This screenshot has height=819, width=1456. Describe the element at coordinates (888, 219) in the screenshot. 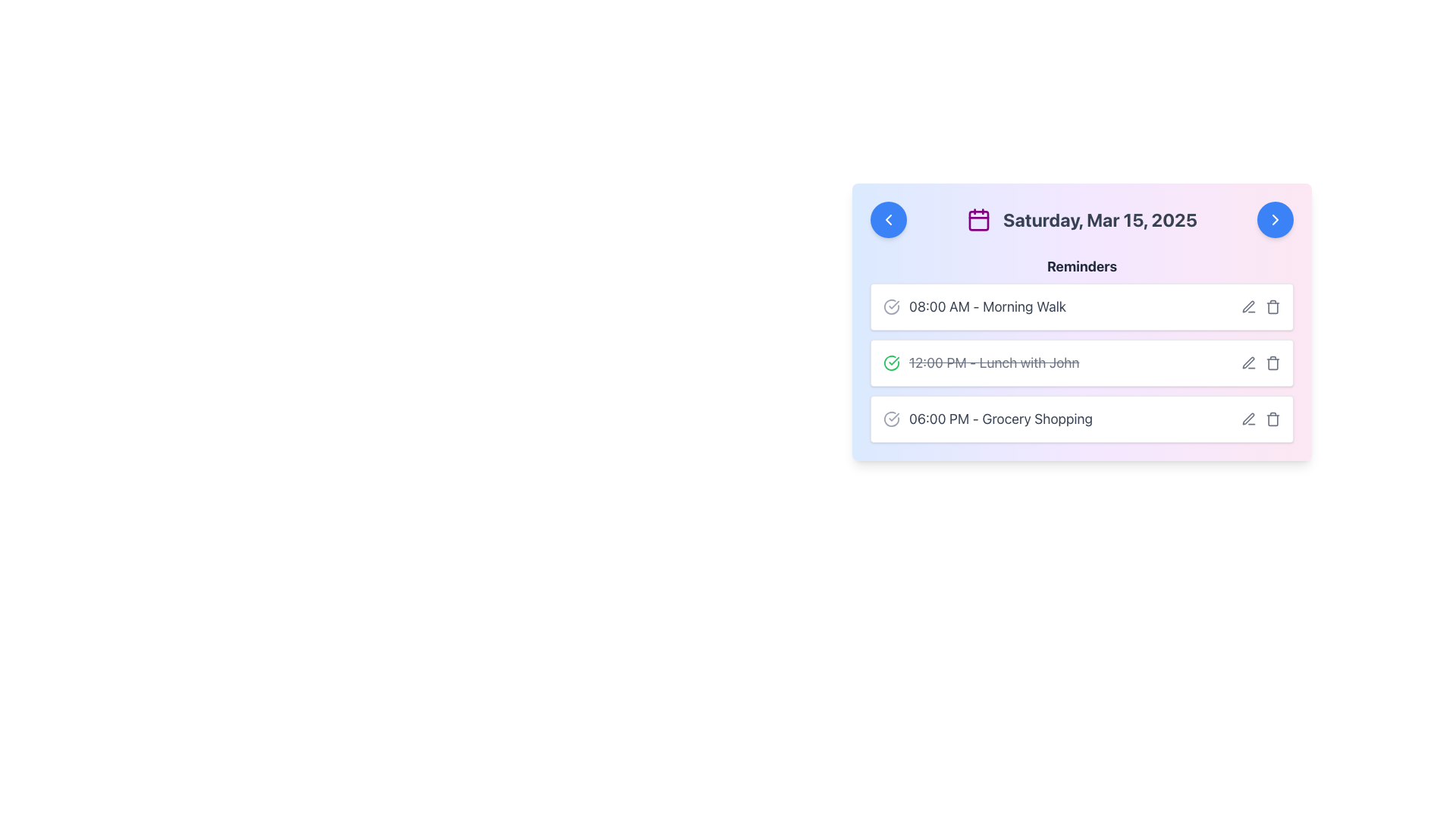

I see `the left-facing chevron icon embedded within the circular blue button located in the upper-left corner of the reminder card interface` at that location.